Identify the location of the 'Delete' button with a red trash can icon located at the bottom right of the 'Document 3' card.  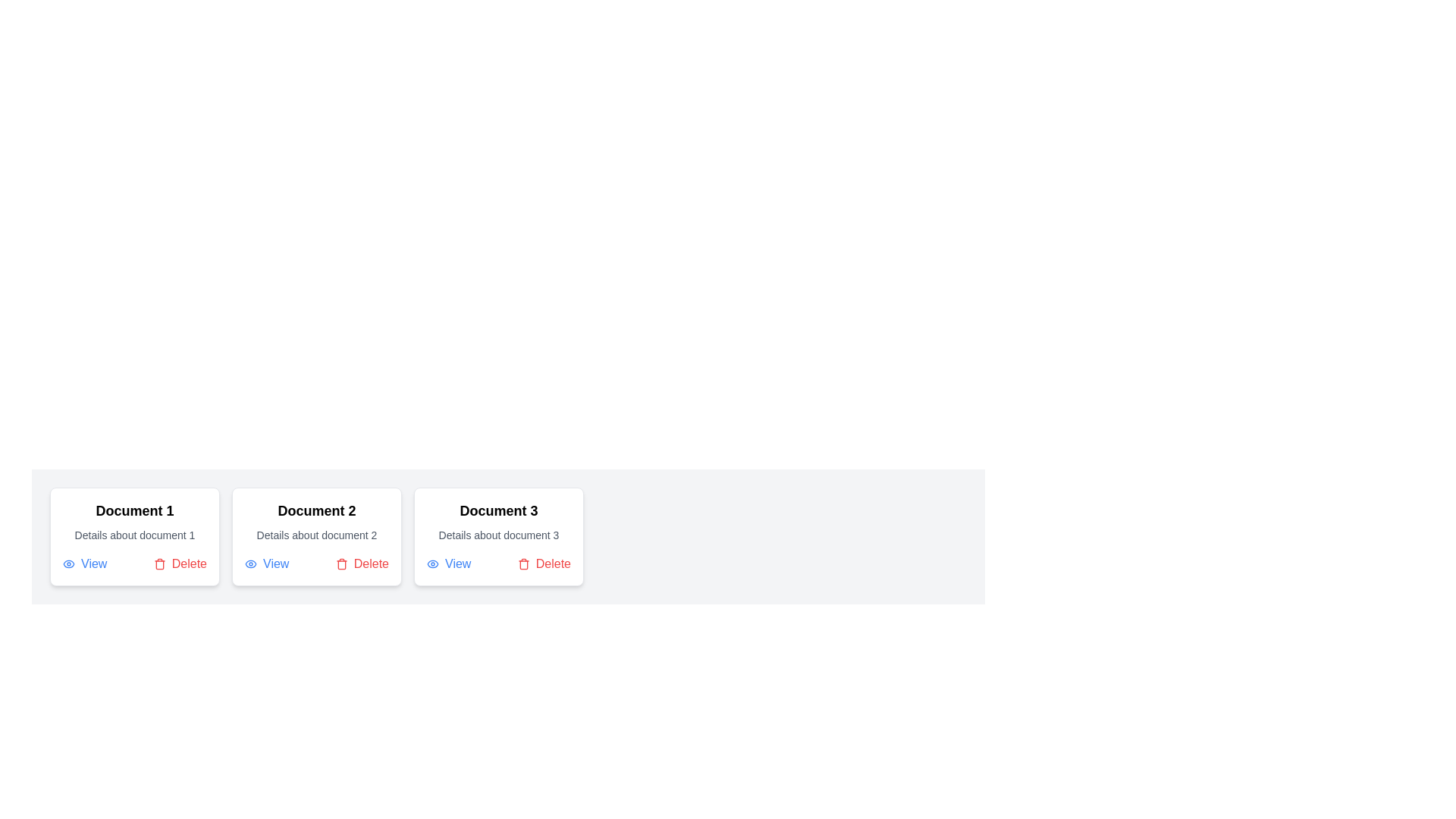
(544, 564).